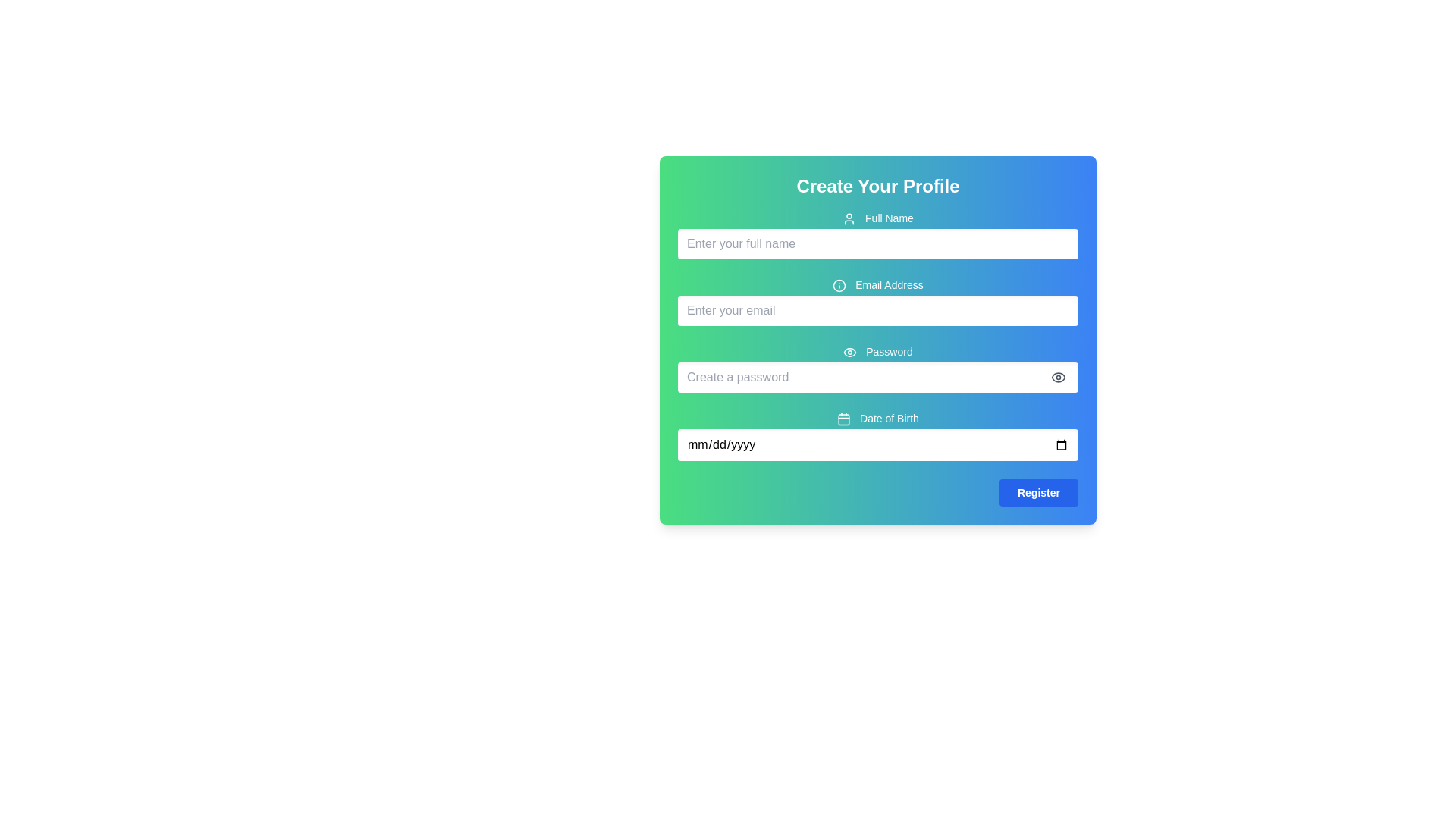 The height and width of the screenshot is (819, 1456). Describe the element at coordinates (850, 353) in the screenshot. I see `the eye icon for toggling password visibility located beside the 'Password' text in the profile creation form` at that location.